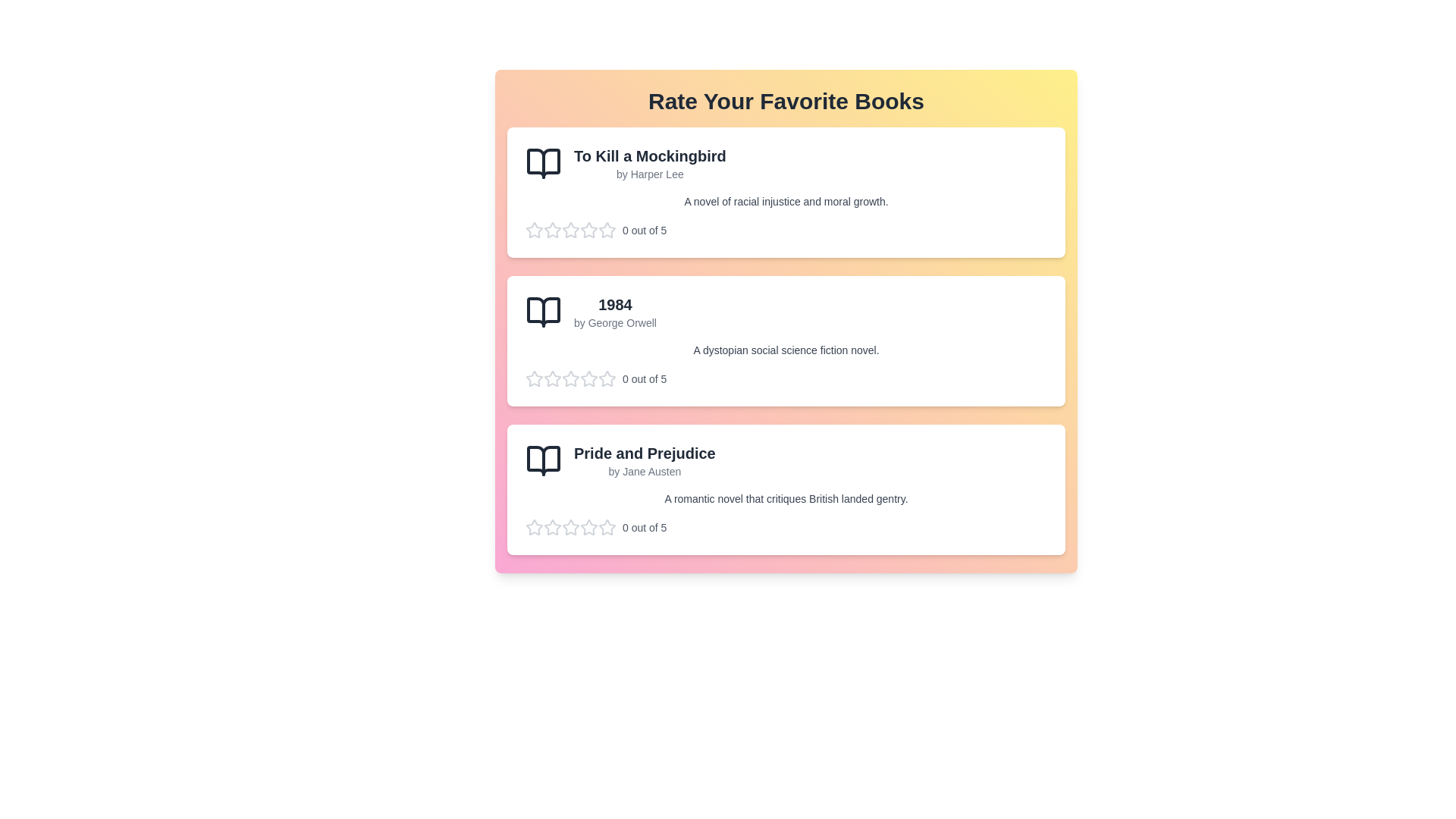 This screenshot has width=1456, height=819. I want to click on the first star-shaped rating icon located under the book description for 'To Kill a Mockingbird', so click(570, 230).